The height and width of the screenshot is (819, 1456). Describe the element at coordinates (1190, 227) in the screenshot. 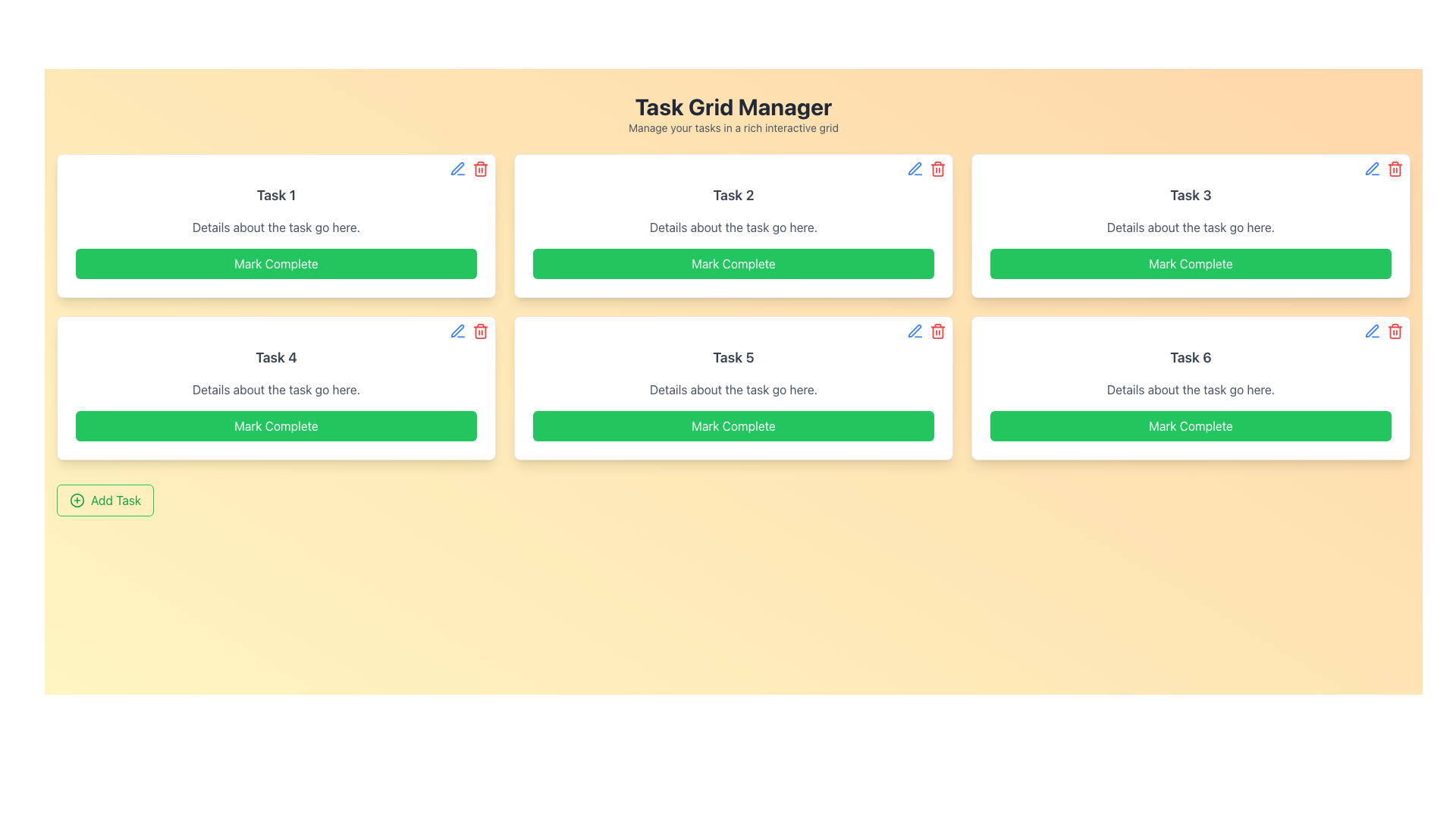

I see `the text component styled in light gray with centered alignment, containing the text 'Details about the task go here.'` at that location.